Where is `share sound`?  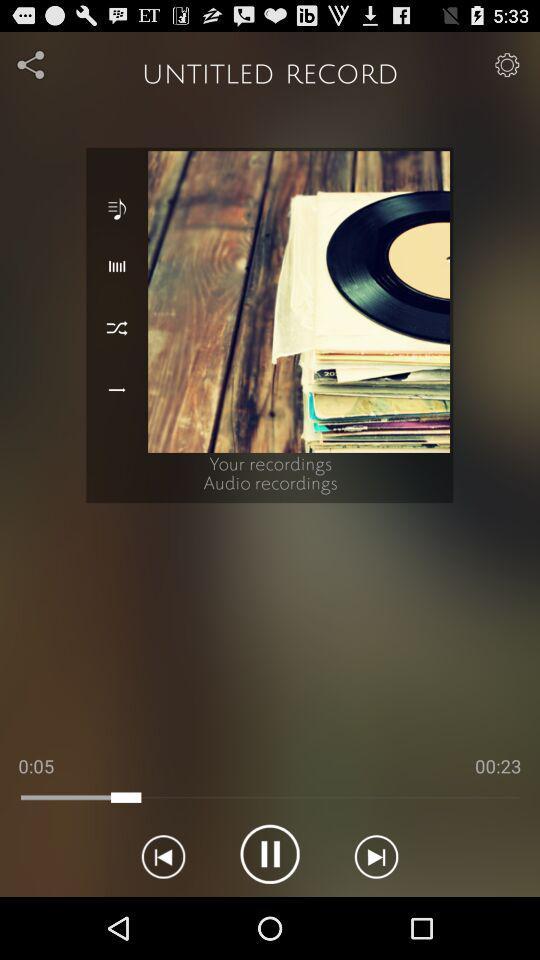
share sound is located at coordinates (31, 64).